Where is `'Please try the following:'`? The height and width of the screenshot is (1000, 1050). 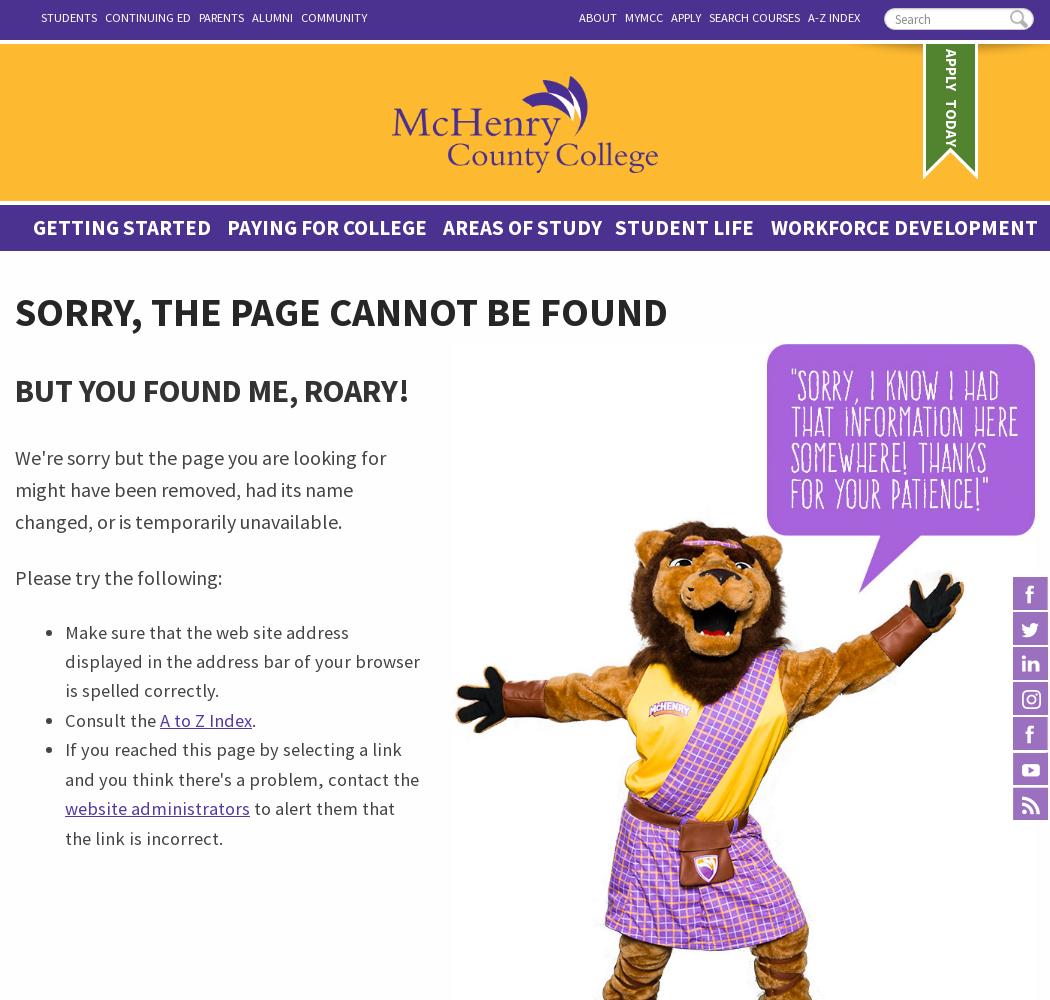
'Please try the following:' is located at coordinates (117, 575).